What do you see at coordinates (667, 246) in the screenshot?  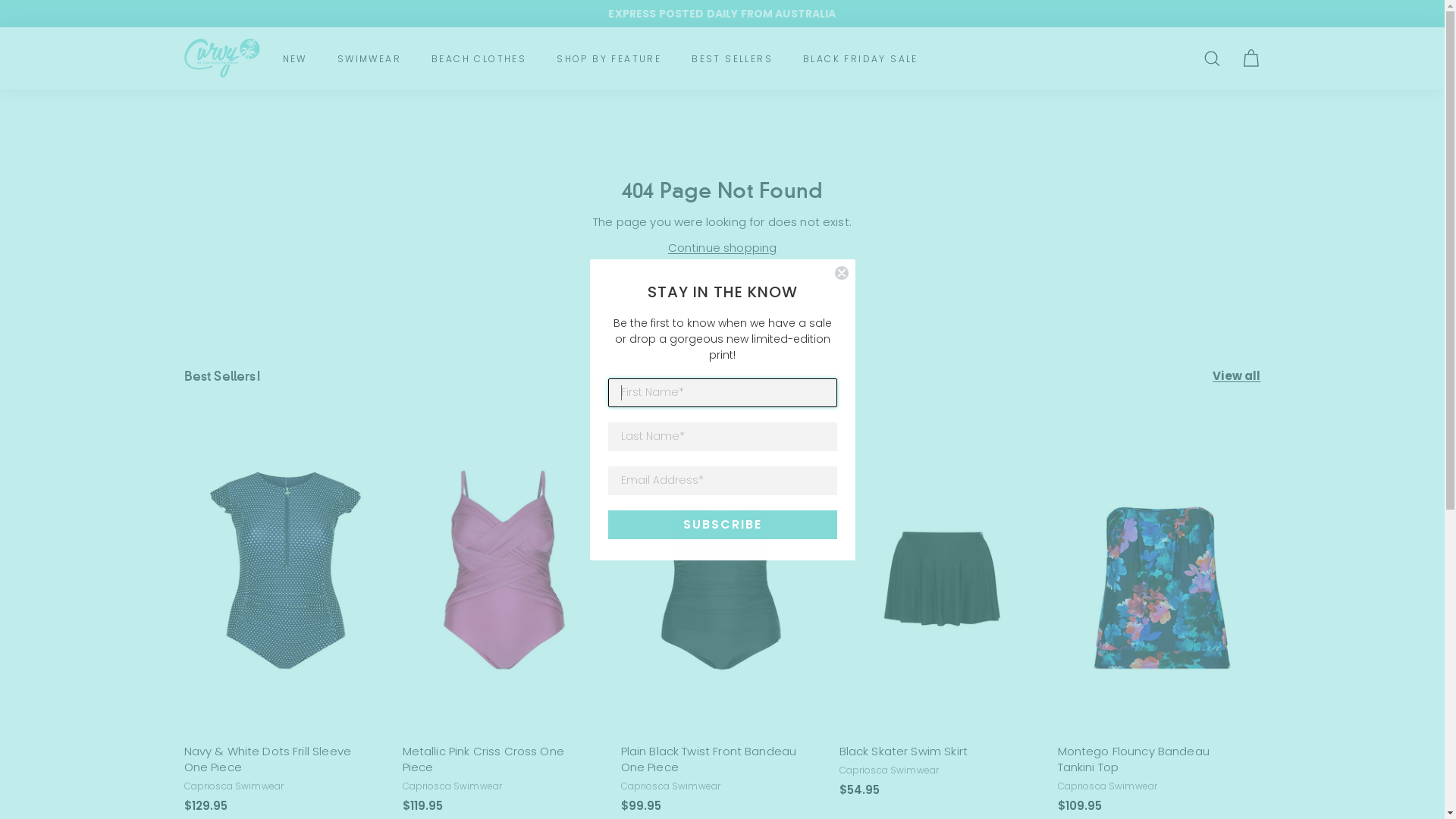 I see `'Continue shopping'` at bounding box center [667, 246].